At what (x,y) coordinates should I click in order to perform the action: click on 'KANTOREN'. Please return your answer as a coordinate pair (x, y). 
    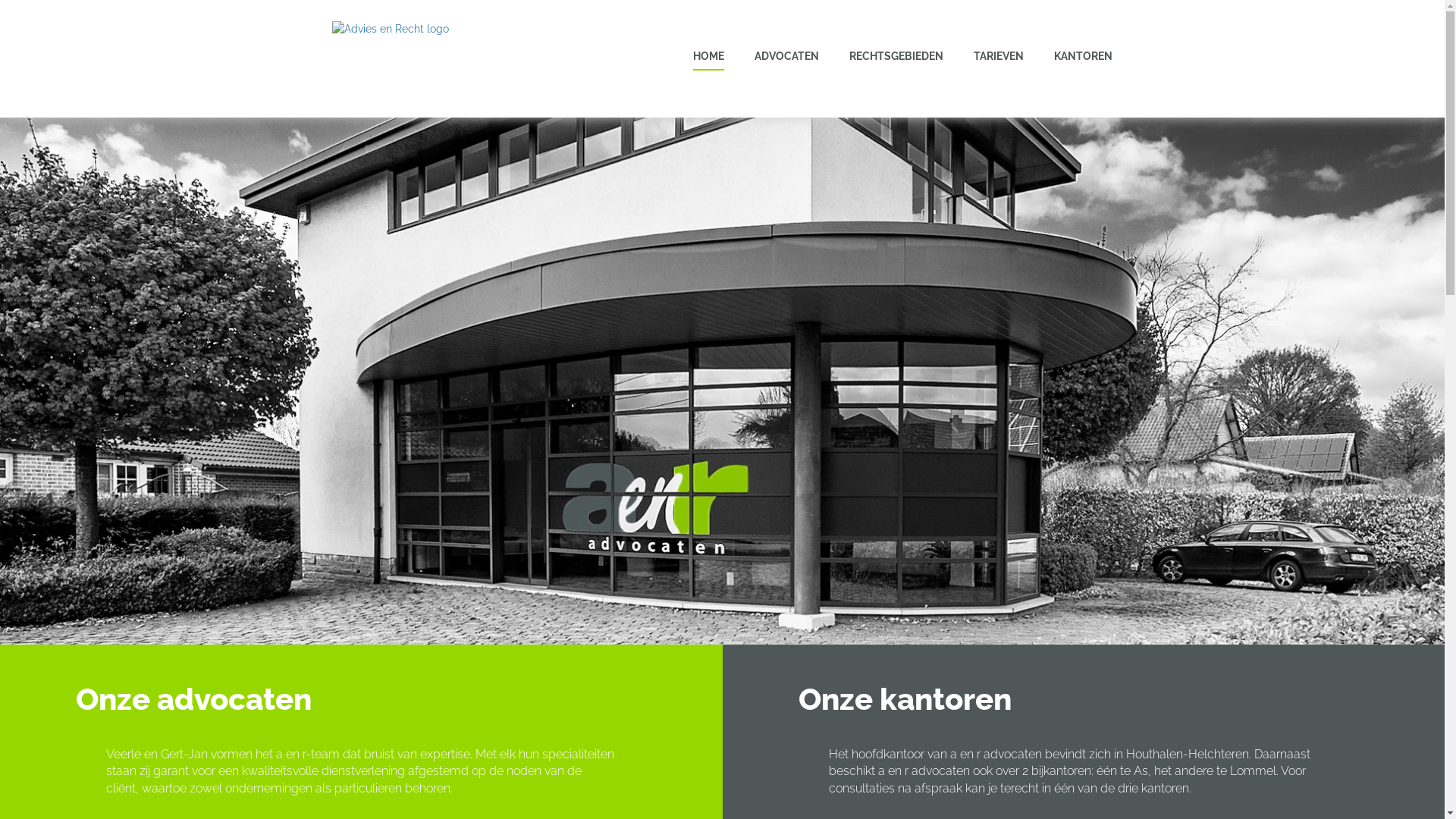
    Looking at the image, I should click on (1082, 55).